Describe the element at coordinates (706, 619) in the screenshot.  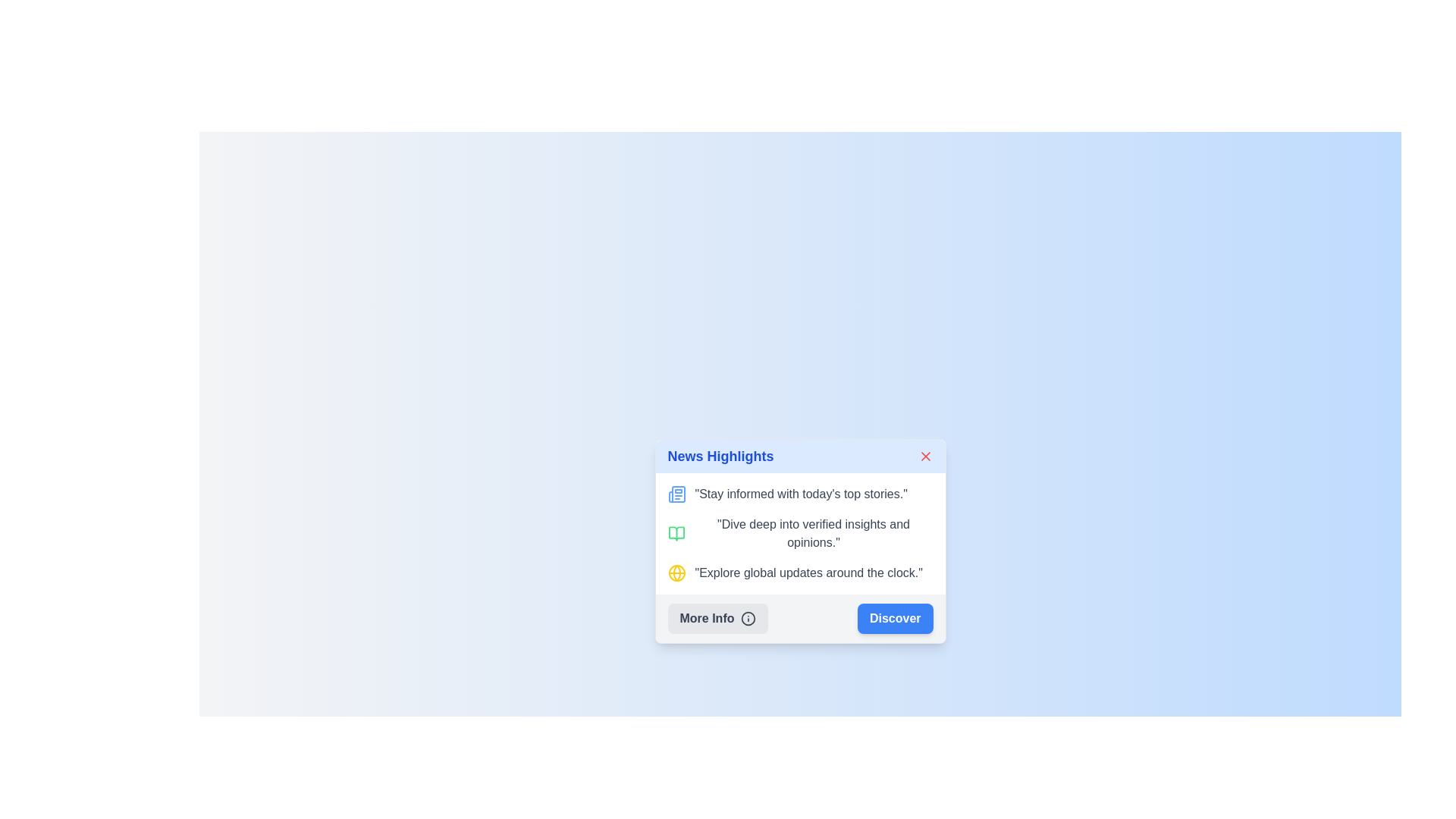
I see `the 'More Info' static text element within the button located on the left side of the bottom area of the card titled 'News Highlights'` at that location.